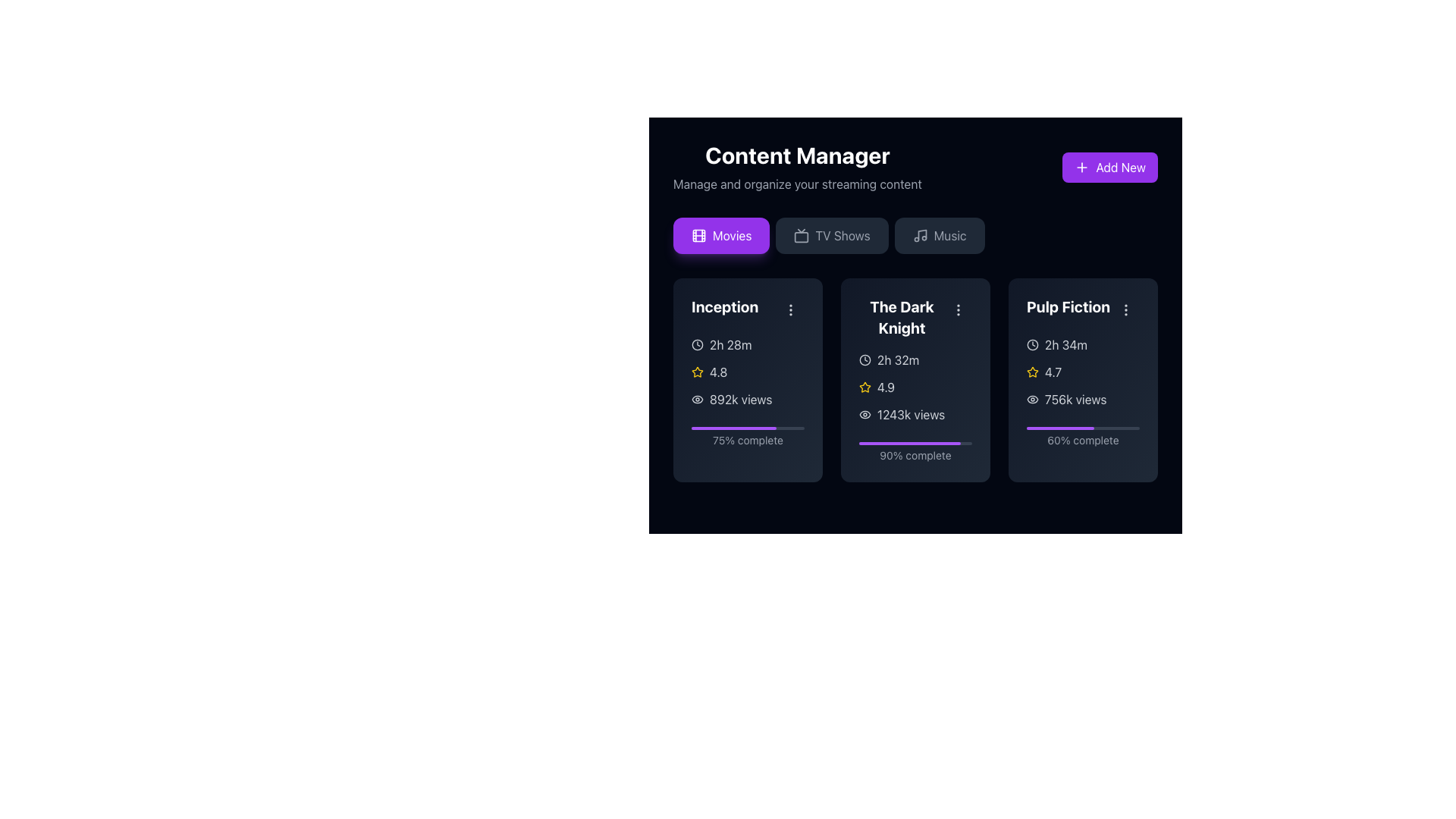 The height and width of the screenshot is (819, 1456). I want to click on the displayed information on the informational card section located in the 'Inception' card, specifically the duration, rating, and view count, so click(748, 372).